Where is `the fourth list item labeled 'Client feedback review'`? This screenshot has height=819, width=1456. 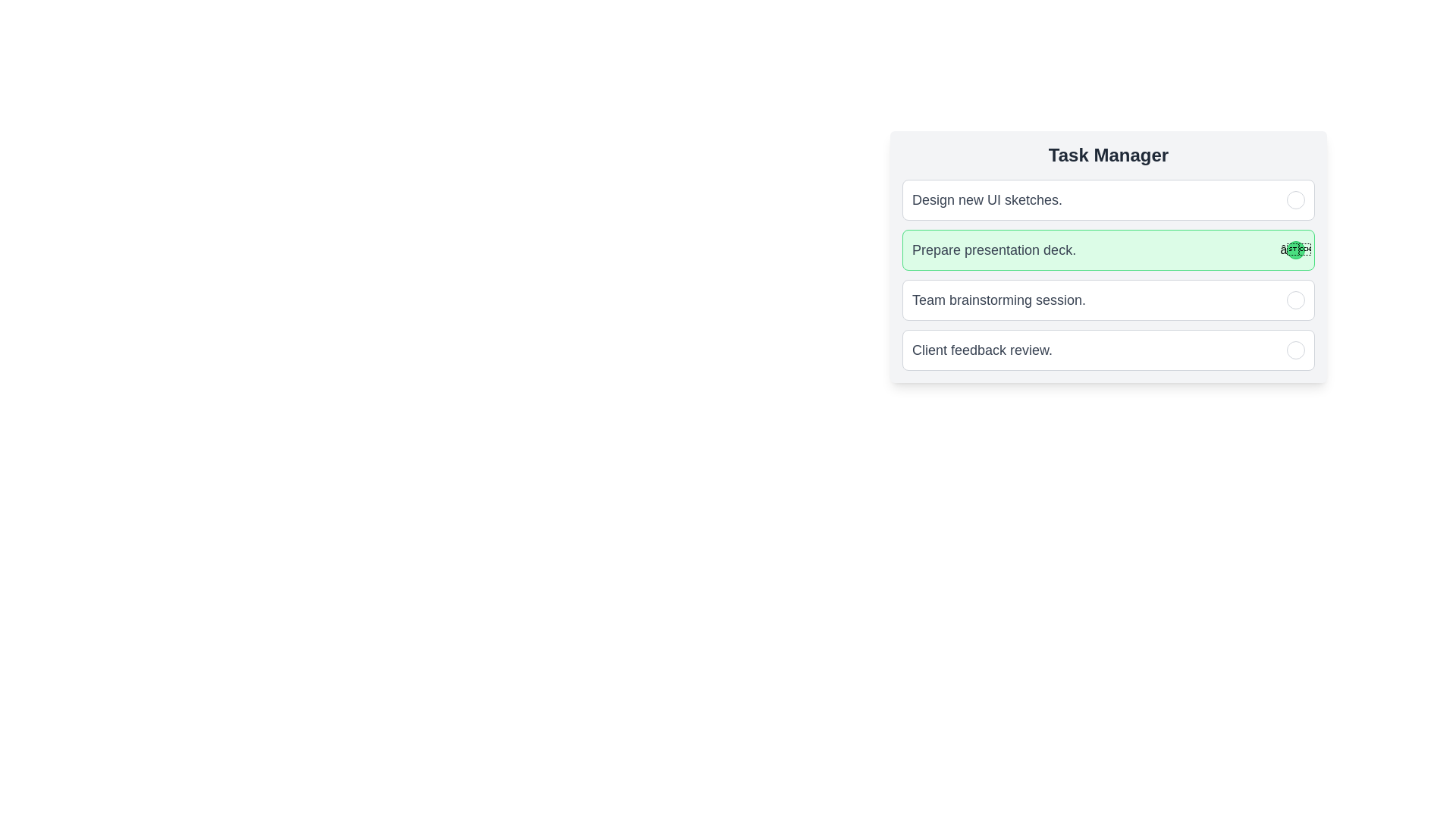
the fourth list item labeled 'Client feedback review' is located at coordinates (1109, 350).